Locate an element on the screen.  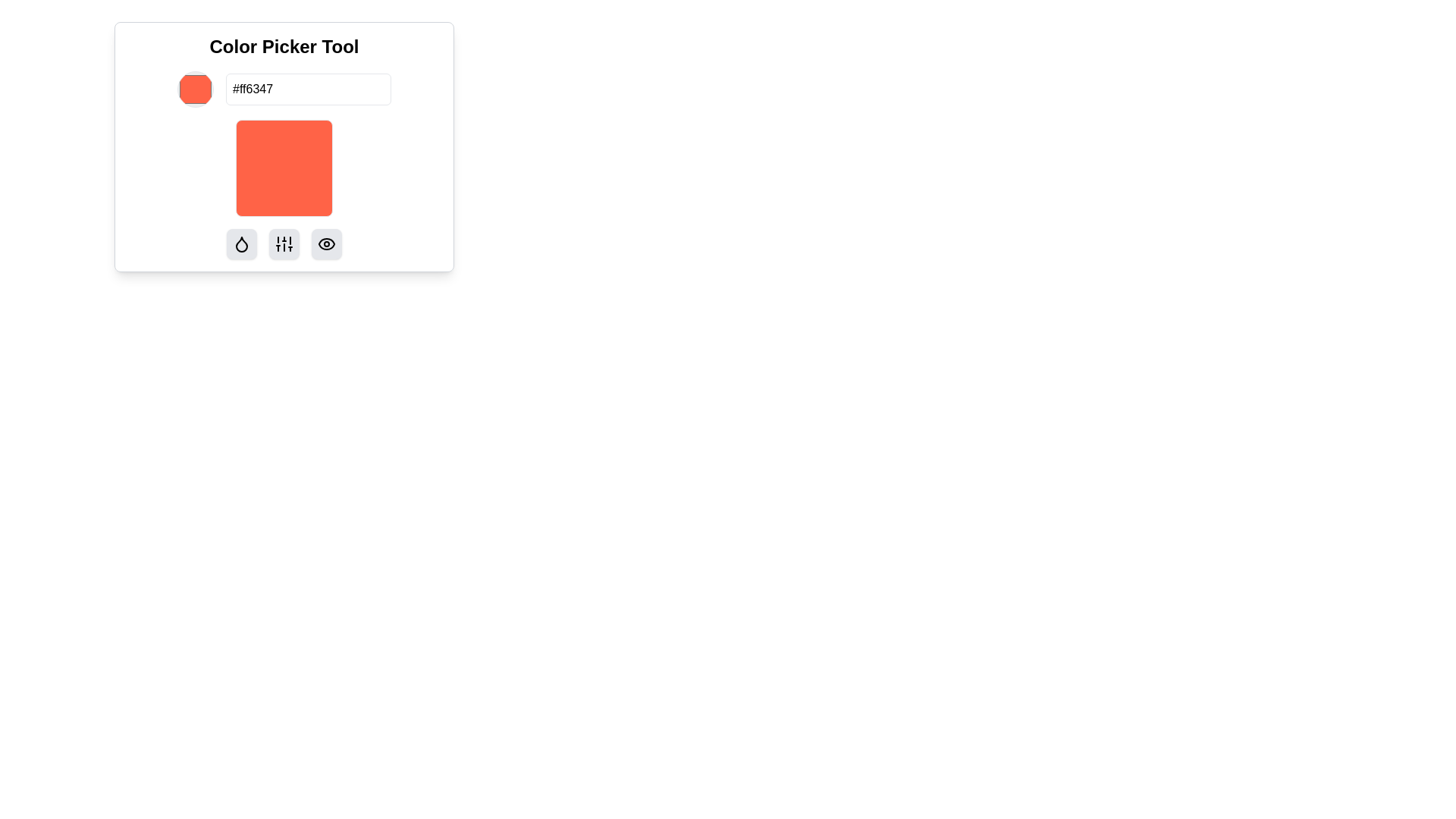
the bottom-right section of the eye icon, which is a graphical shape resembling an arc that forms the outline of the eye is located at coordinates (326, 243).